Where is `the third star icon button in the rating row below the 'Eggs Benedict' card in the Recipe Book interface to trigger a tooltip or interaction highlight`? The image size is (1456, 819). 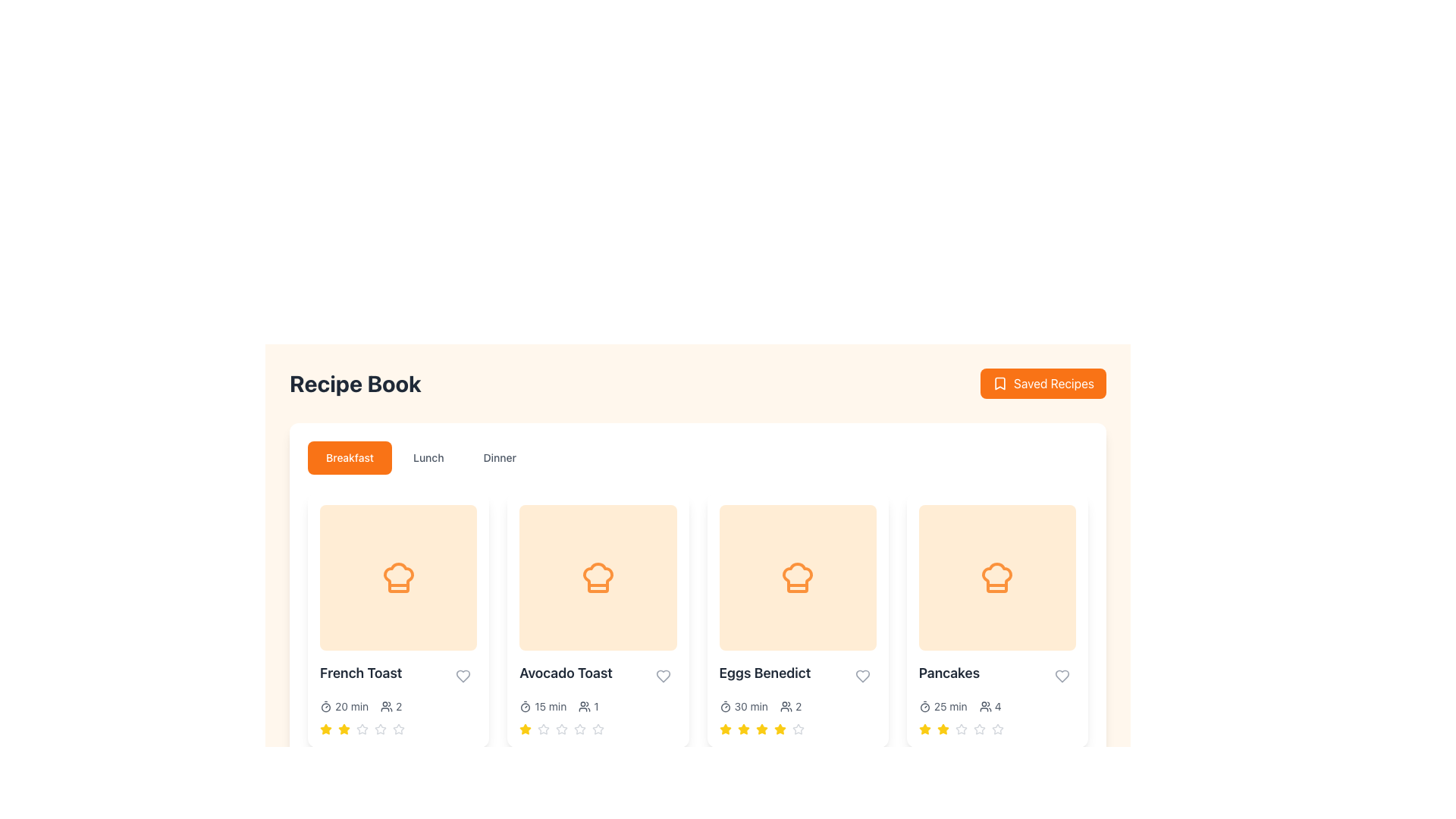 the third star icon button in the rating row below the 'Eggs Benedict' card in the Recipe Book interface to trigger a tooltip or interaction highlight is located at coordinates (743, 728).